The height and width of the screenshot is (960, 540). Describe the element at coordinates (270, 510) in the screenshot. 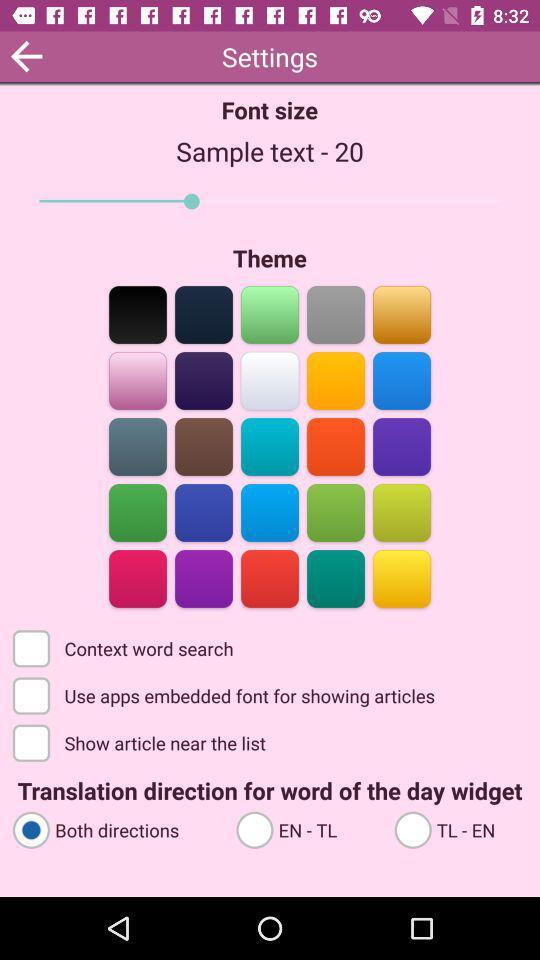

I see `theme color` at that location.